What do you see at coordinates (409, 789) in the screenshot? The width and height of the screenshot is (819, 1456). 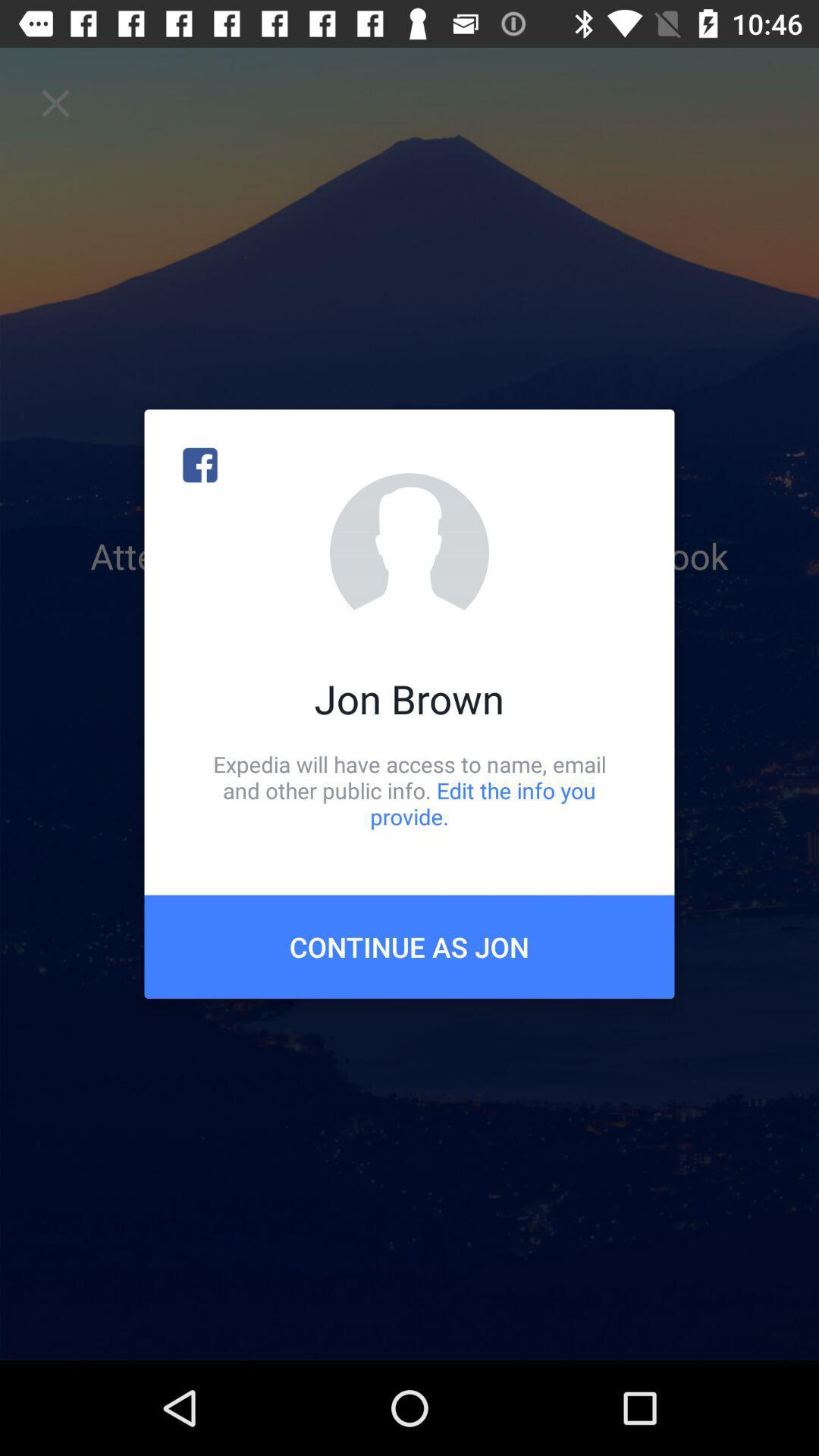 I see `icon below the jon brown icon` at bounding box center [409, 789].